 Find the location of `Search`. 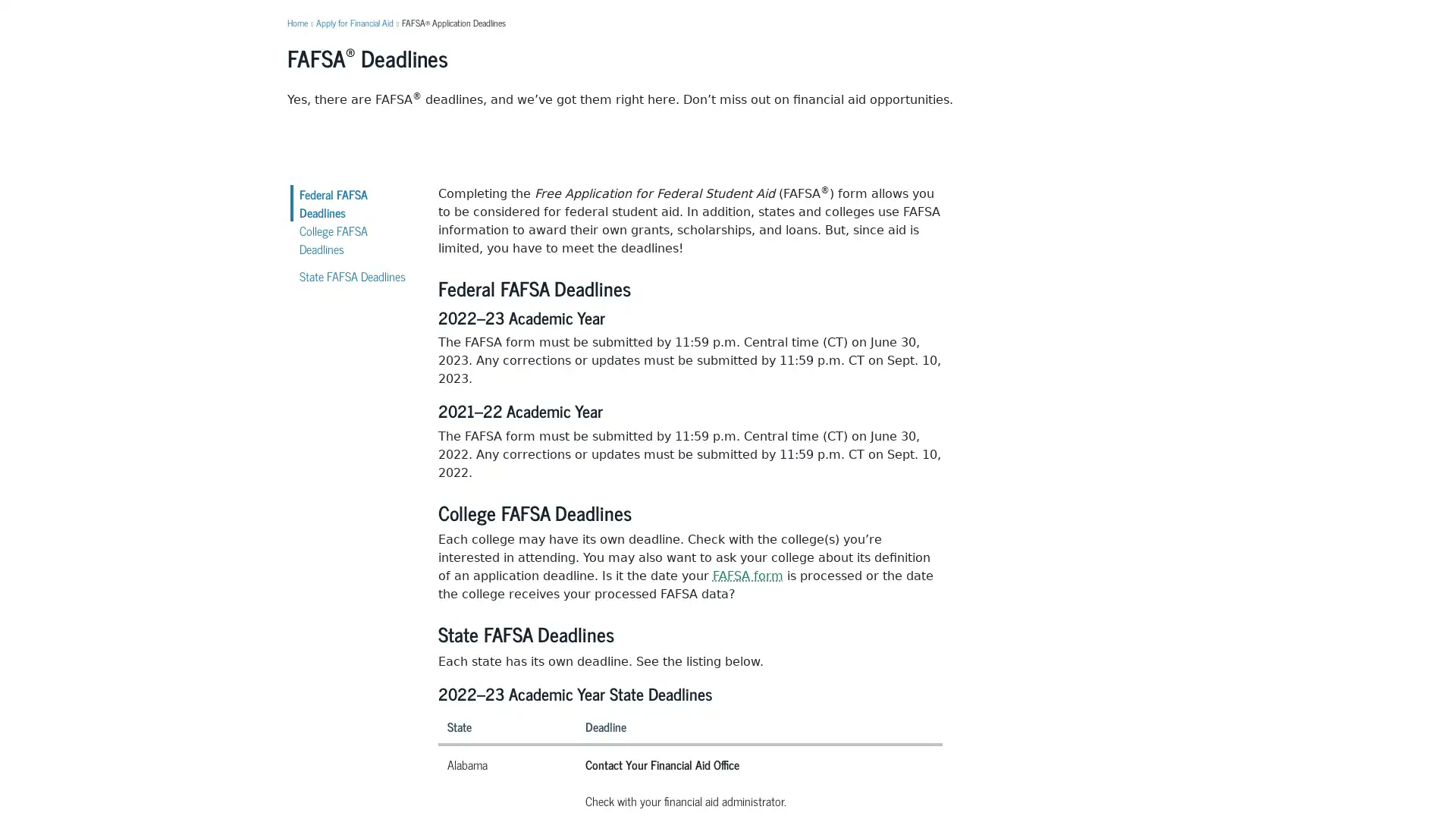

Search is located at coordinates (952, 52).